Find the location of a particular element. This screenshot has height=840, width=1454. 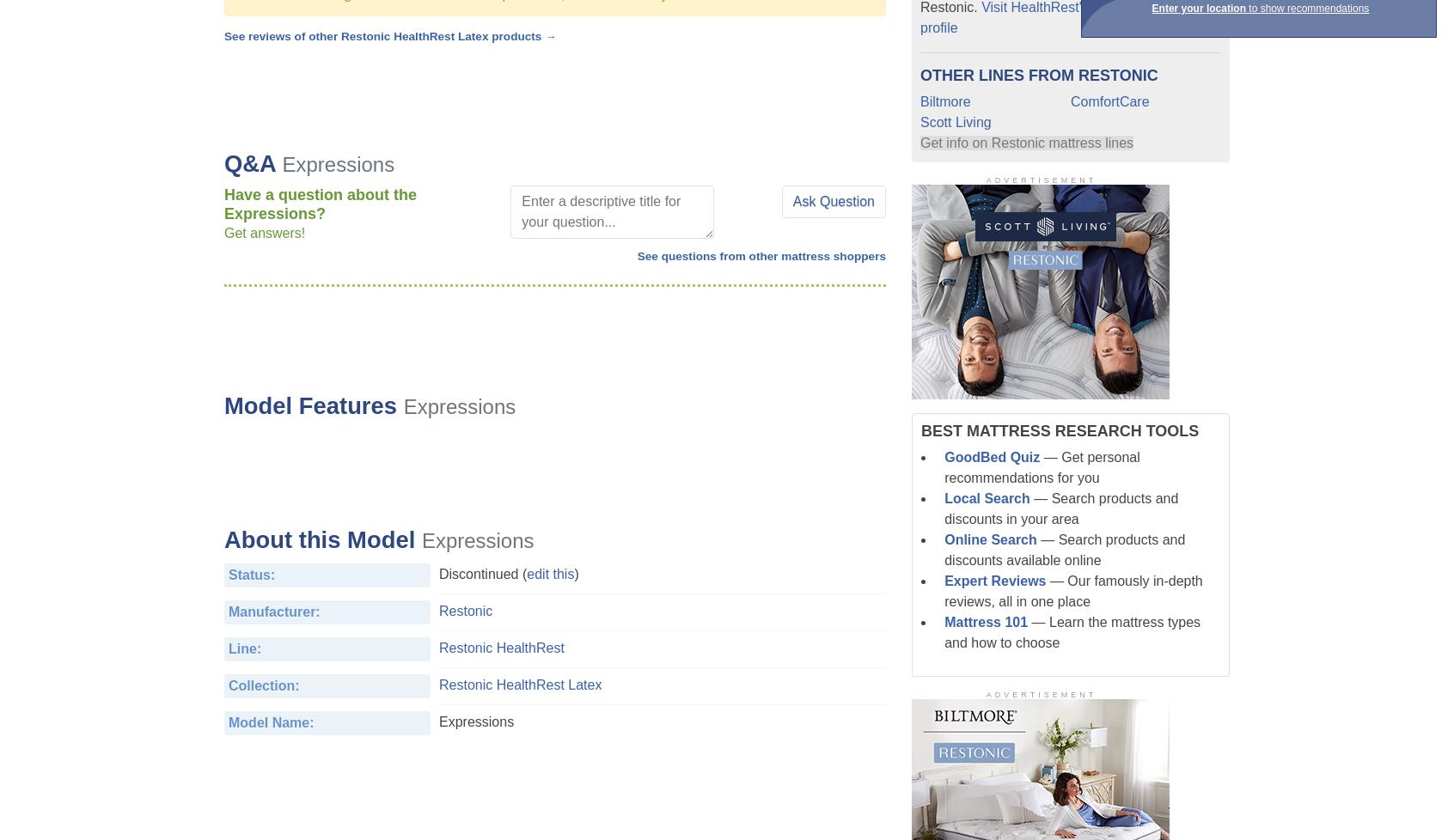

'Best Mattress Research Tools' is located at coordinates (1060, 430).